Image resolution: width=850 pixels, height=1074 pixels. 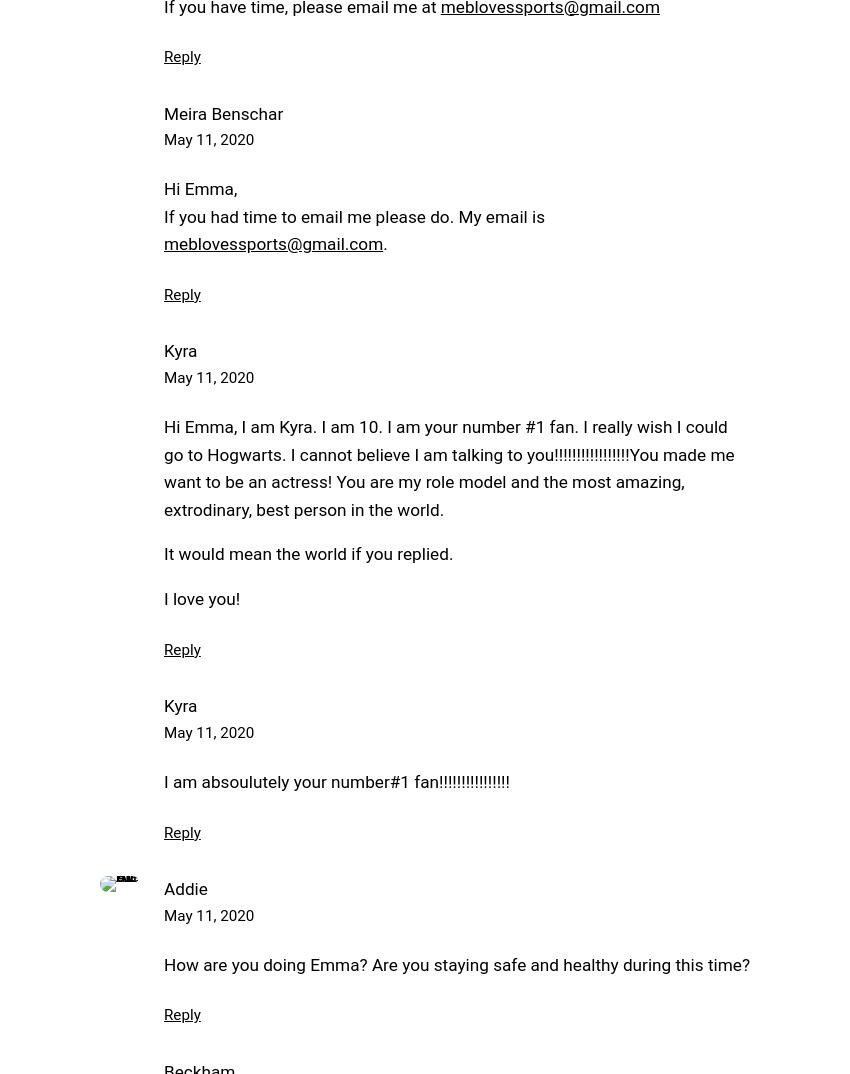 What do you see at coordinates (163, 111) in the screenshot?
I see `'Meira Benschar'` at bounding box center [163, 111].